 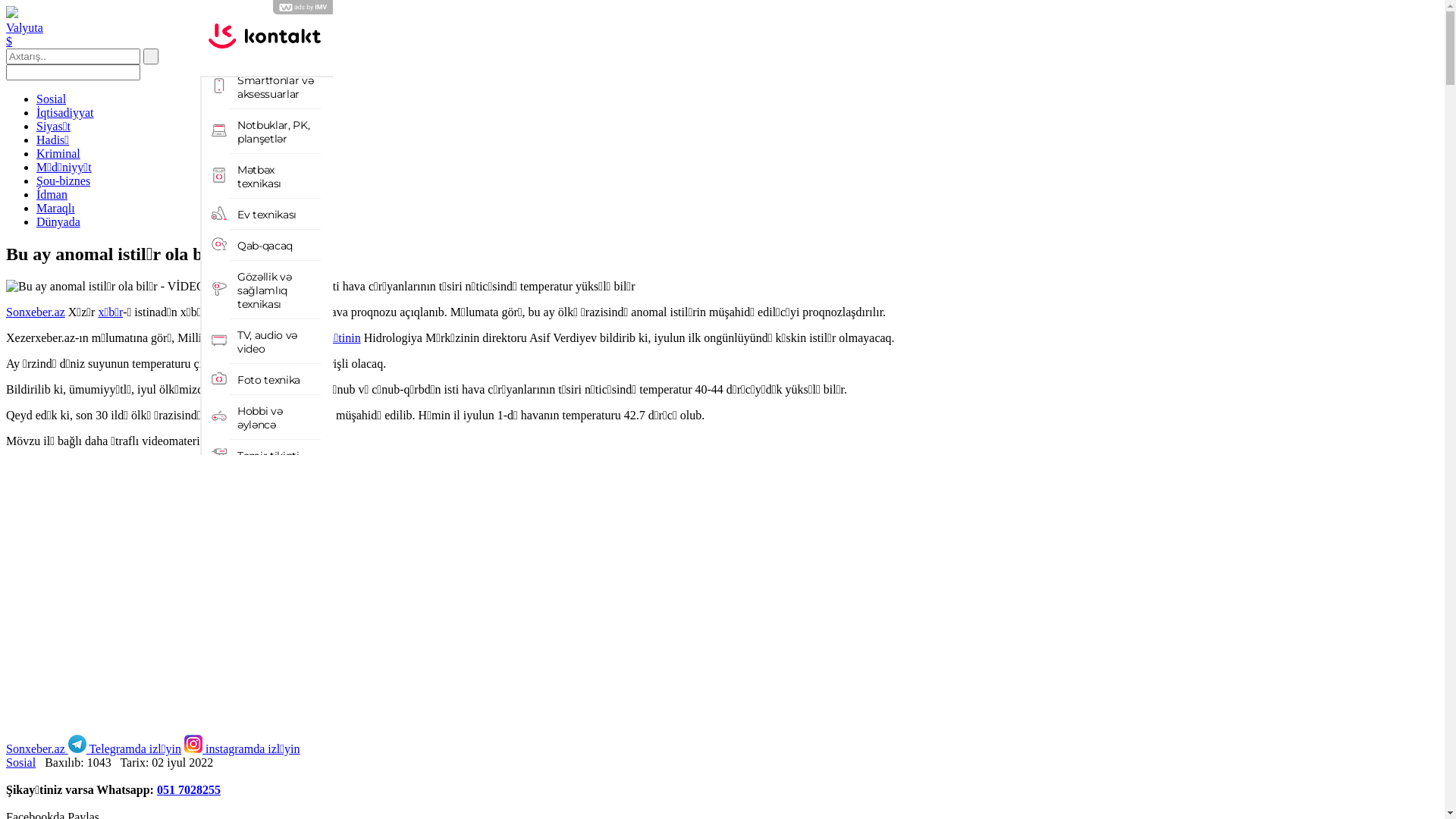 I want to click on '051 7028255', so click(x=188, y=789).